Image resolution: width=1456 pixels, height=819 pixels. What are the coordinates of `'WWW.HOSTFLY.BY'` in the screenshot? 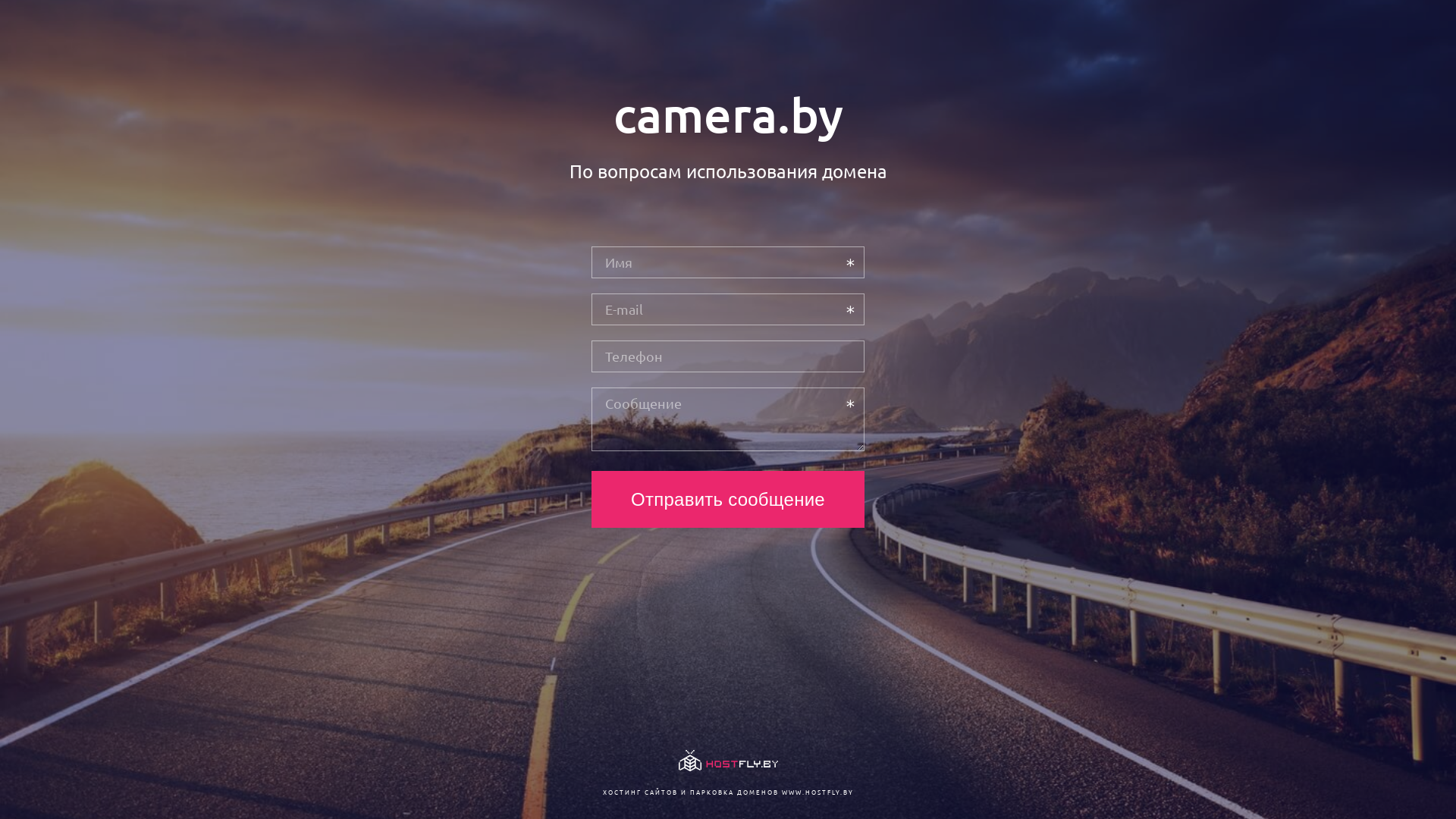 It's located at (816, 791).